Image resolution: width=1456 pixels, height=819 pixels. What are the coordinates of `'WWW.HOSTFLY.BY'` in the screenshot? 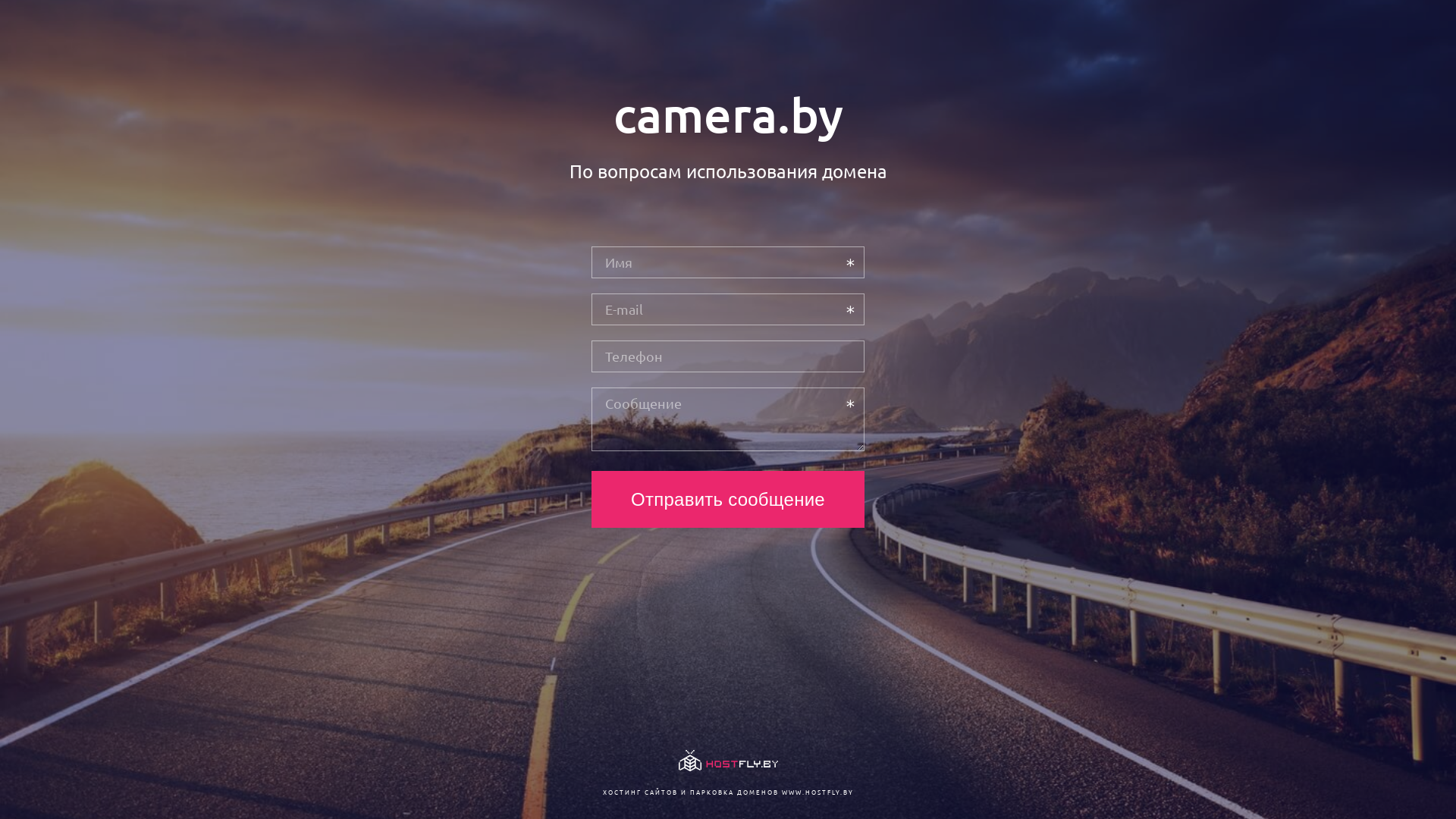 It's located at (816, 791).